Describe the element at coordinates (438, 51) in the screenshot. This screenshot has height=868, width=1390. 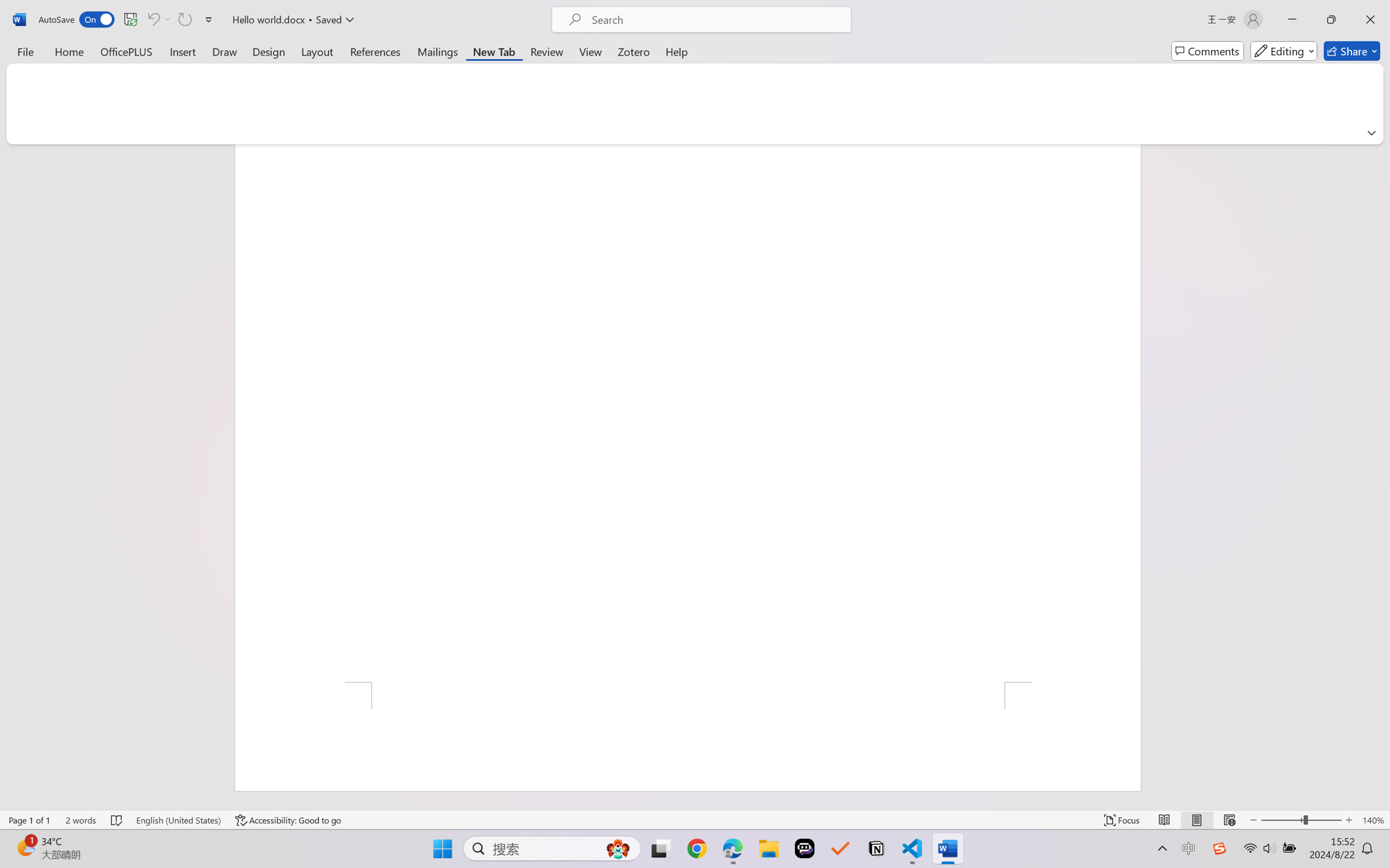
I see `'Mailings'` at that location.